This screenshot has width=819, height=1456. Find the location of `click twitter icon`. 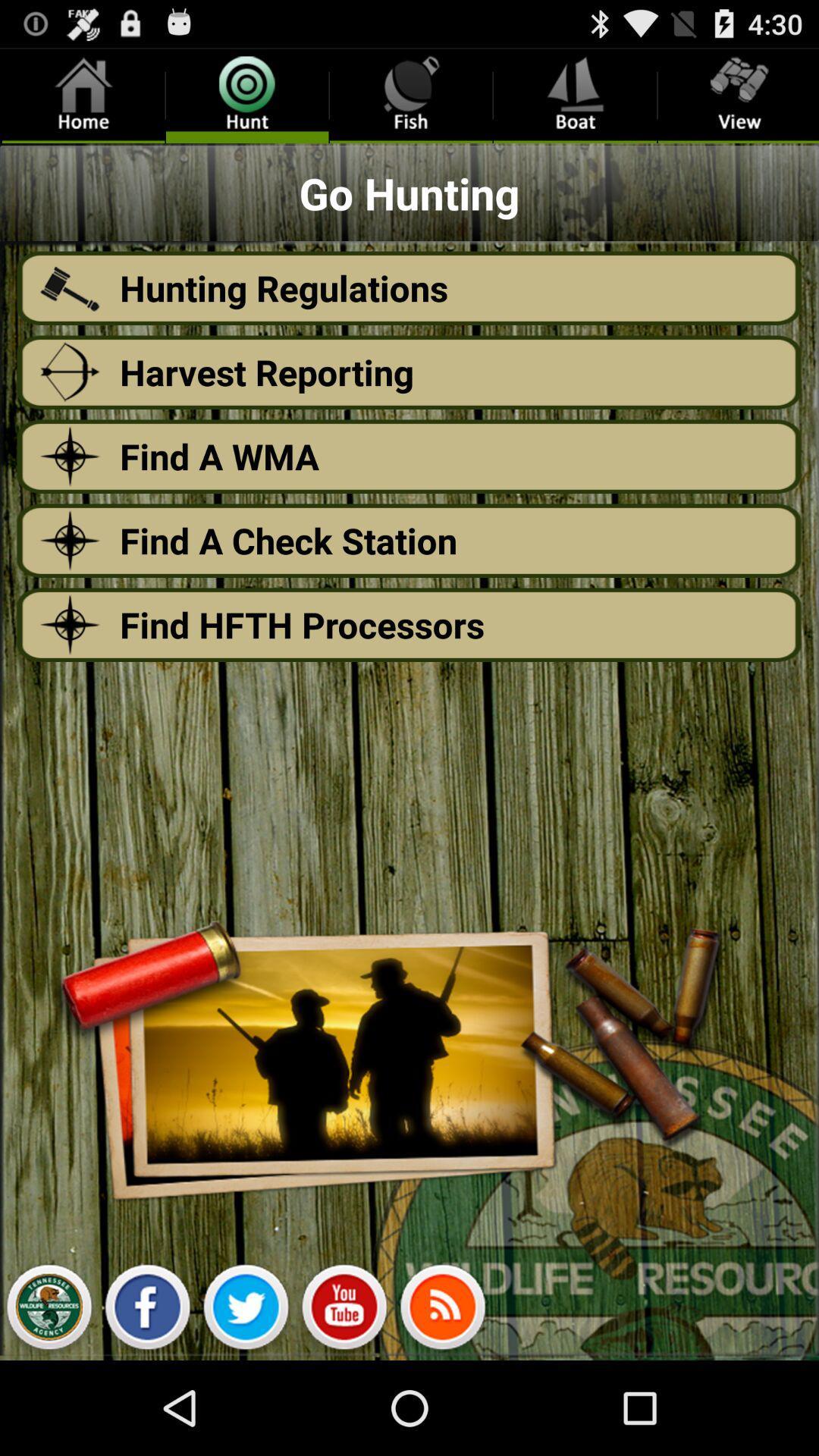

click twitter icon is located at coordinates (245, 1310).